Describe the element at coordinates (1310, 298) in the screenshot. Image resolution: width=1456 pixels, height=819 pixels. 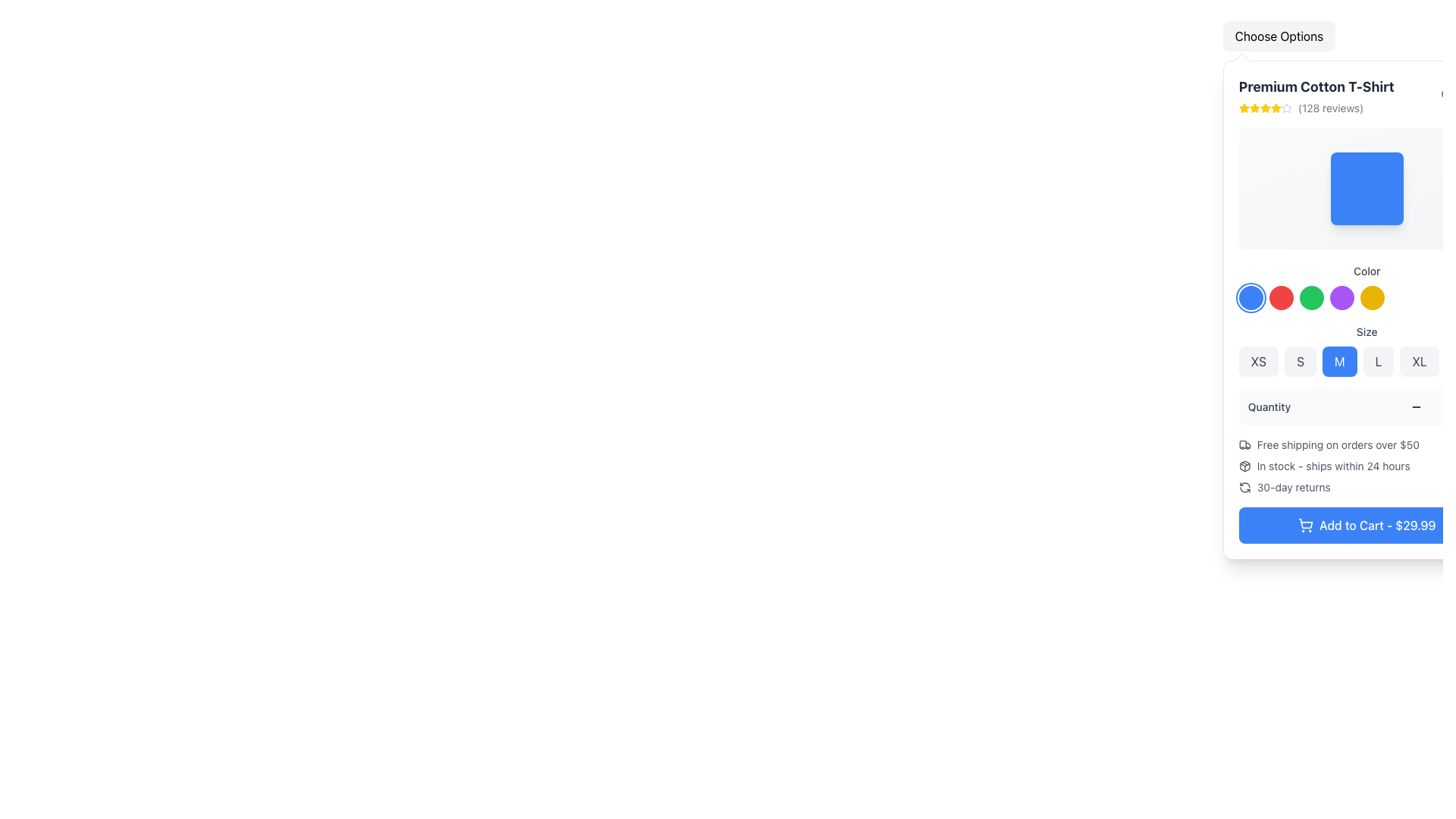
I see `the third circular color selection button for the green color variant located in the 'Color' section beneath the product image and title` at that location.